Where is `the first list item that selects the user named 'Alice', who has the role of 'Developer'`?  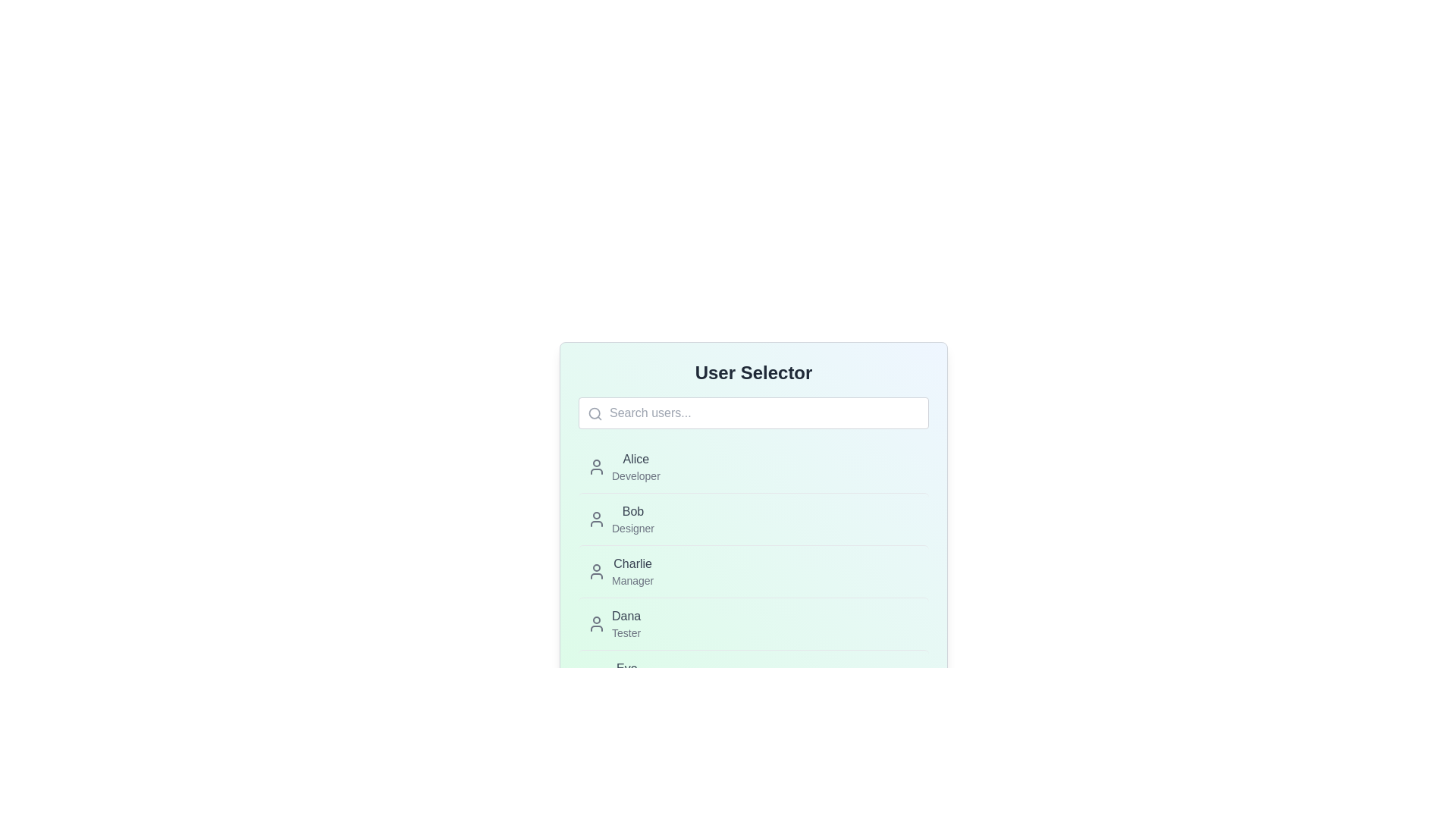
the first list item that selects the user named 'Alice', who has the role of 'Developer' is located at coordinates (753, 466).